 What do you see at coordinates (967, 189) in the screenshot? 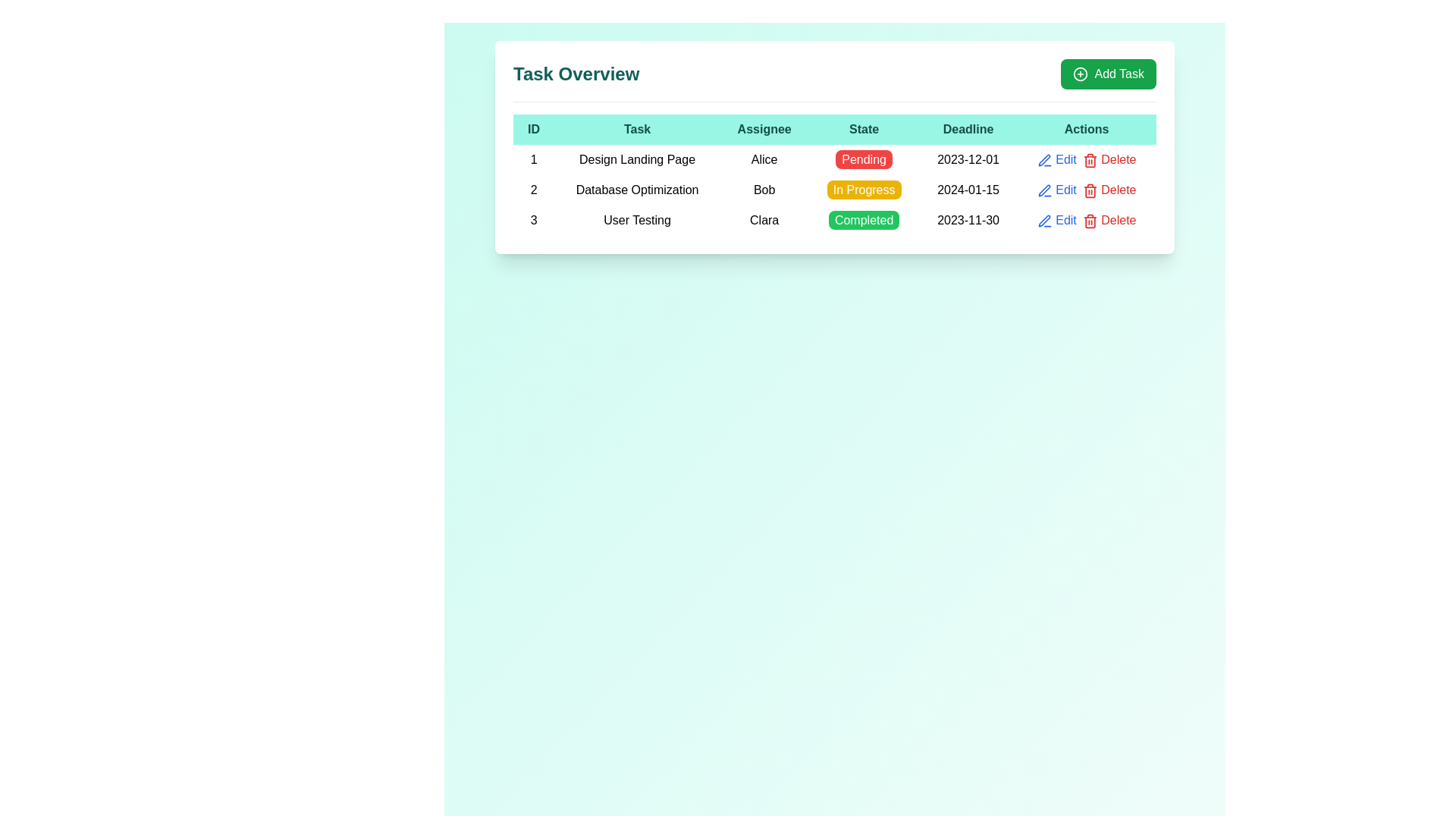
I see `the Text label representing the deadline for the task, located in the 'Deadline' column of the second row in the table` at bounding box center [967, 189].